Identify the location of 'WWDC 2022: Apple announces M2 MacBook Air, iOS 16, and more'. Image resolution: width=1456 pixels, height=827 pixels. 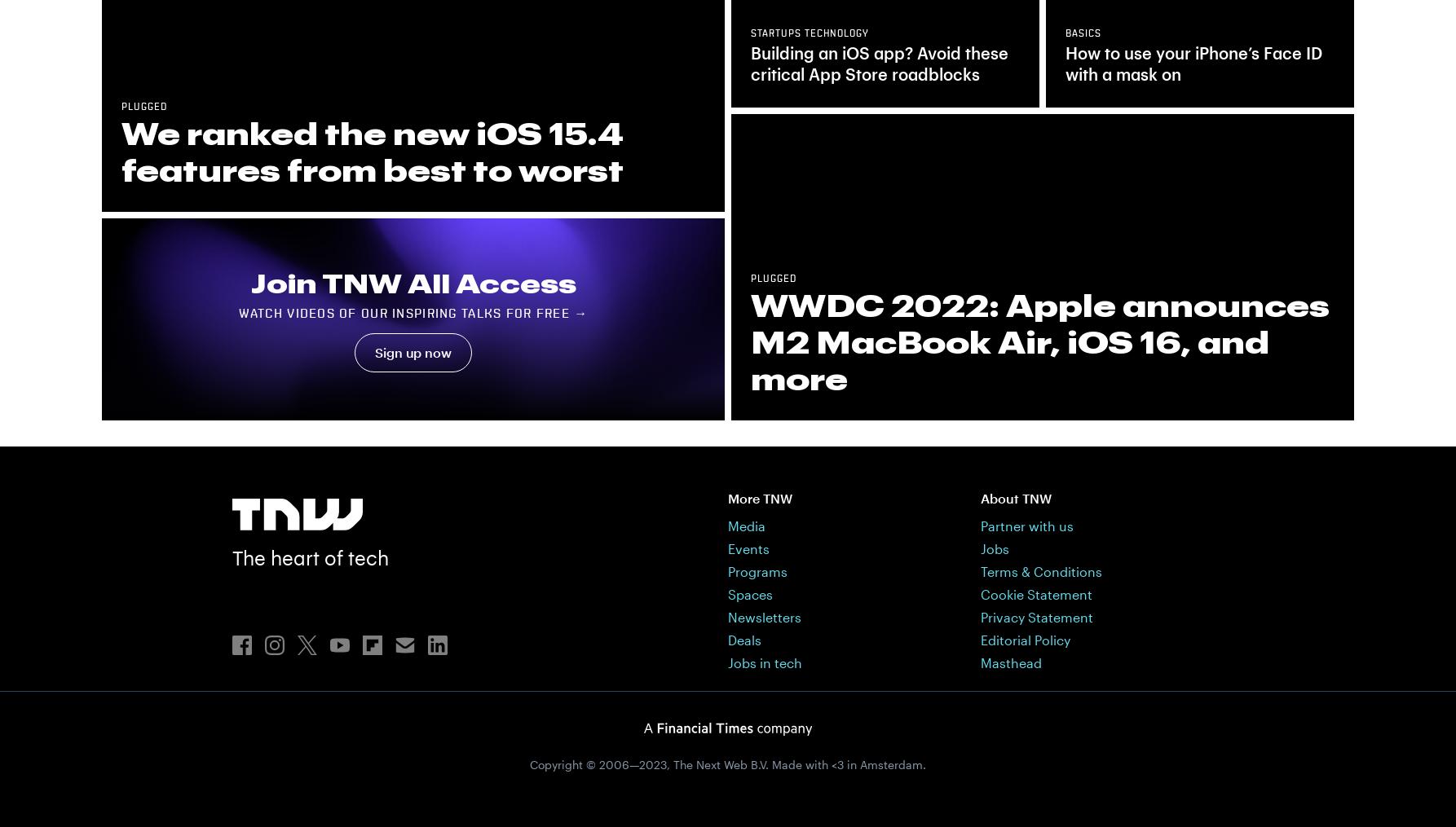
(1039, 341).